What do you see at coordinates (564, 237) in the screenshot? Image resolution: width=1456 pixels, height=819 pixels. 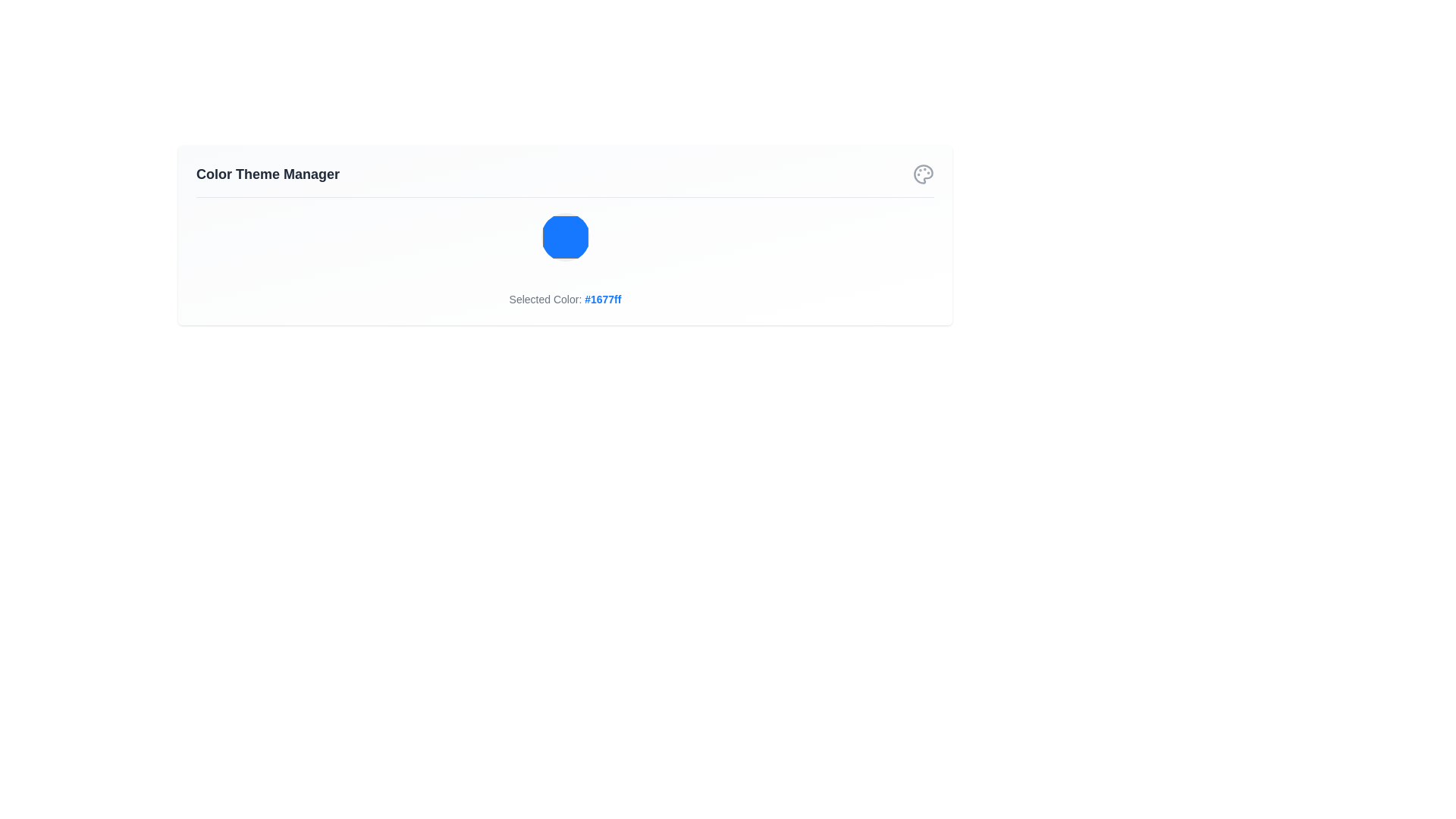 I see `the circular color selector button in the Color Theme Manager` at bounding box center [564, 237].